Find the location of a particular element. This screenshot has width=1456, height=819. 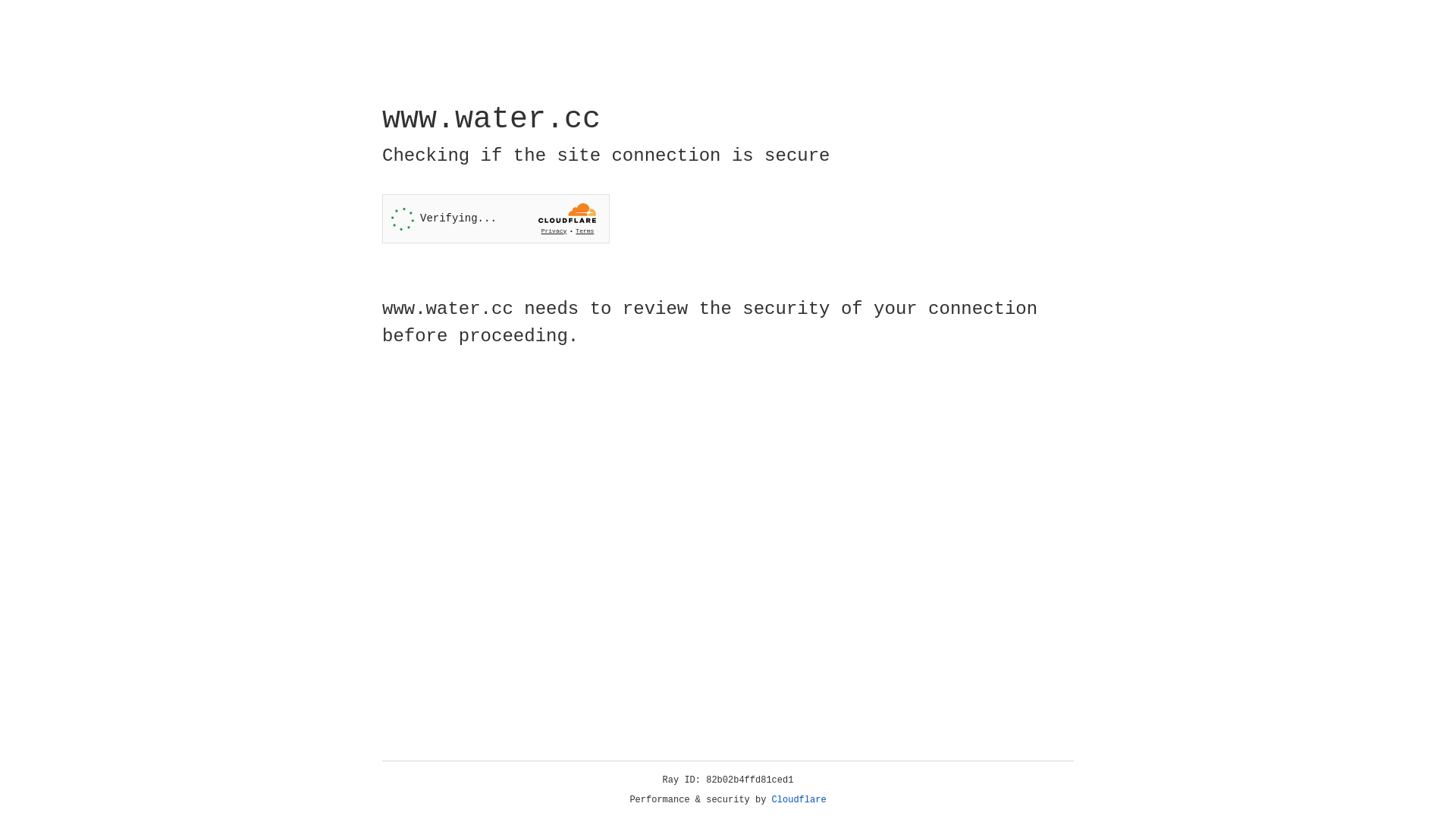

'Widget containing a Cloudflare security challenge' is located at coordinates (495, 218).